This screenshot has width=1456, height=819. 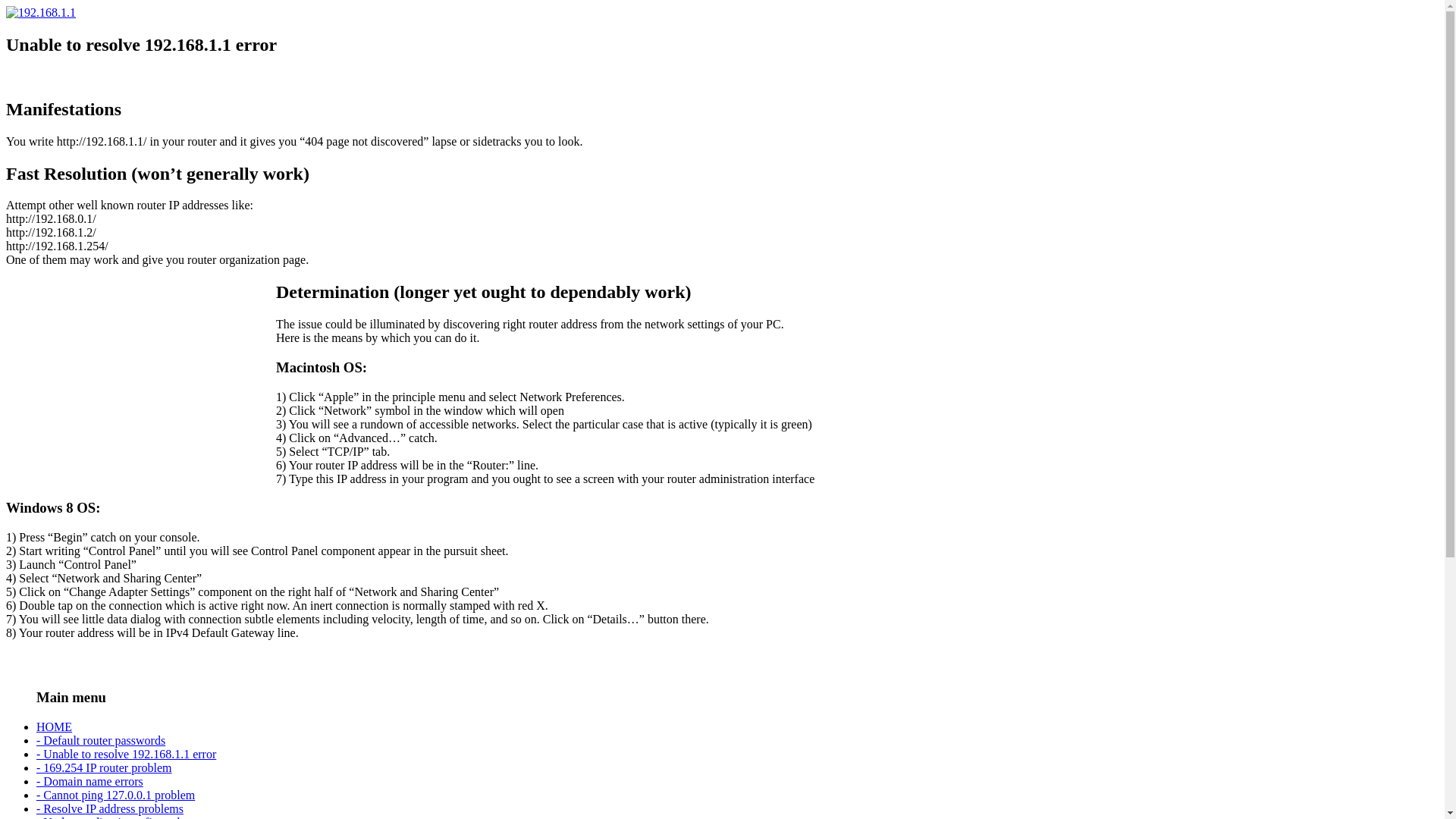 What do you see at coordinates (36, 754) in the screenshot?
I see `'- Unable to resolve 192.168.1.1 error'` at bounding box center [36, 754].